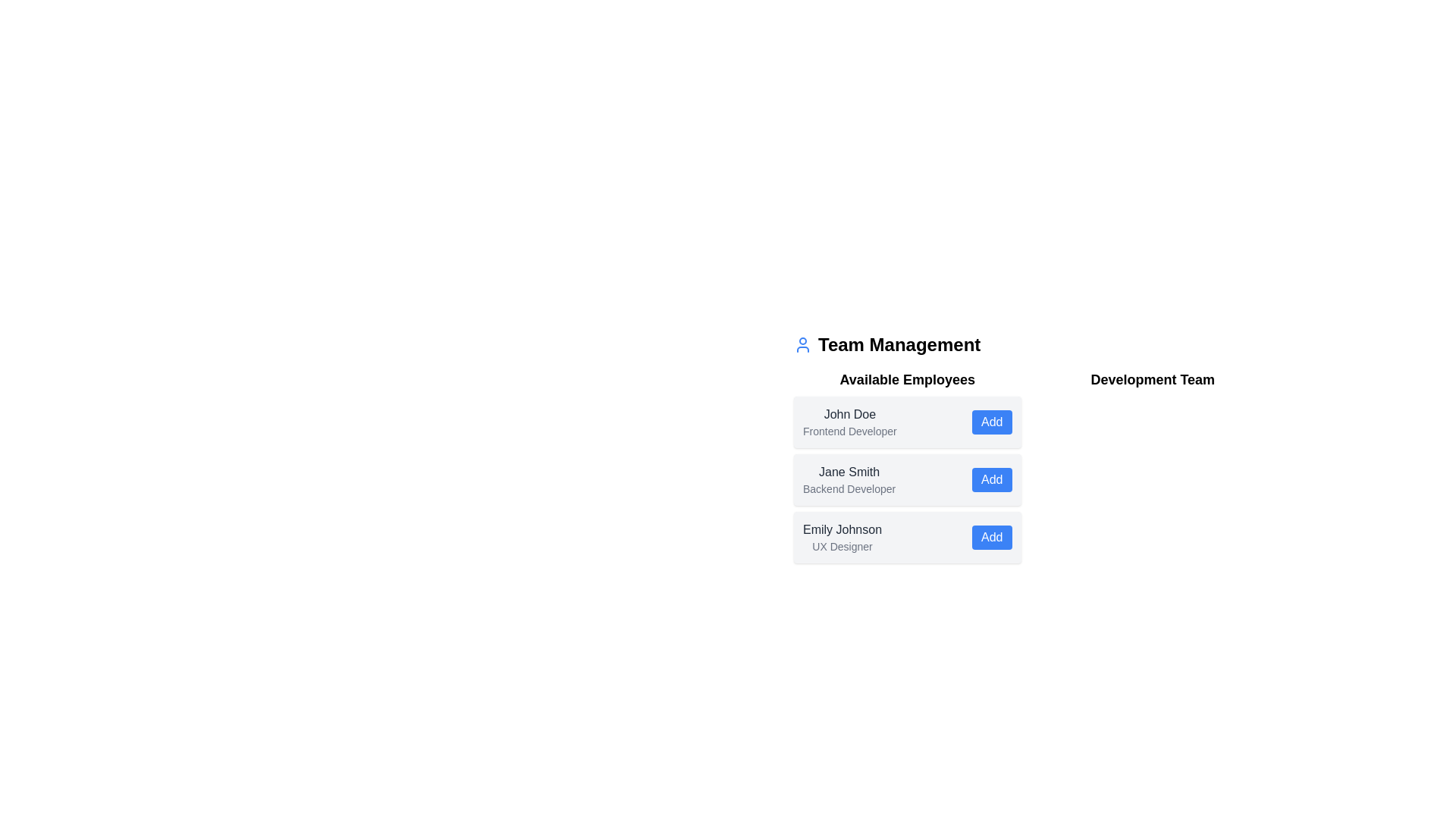 This screenshot has width=1456, height=819. Describe the element at coordinates (907, 422) in the screenshot. I see `the user profile entry card located in the 'Available Employees' section of the 'Team Management' interface` at that location.